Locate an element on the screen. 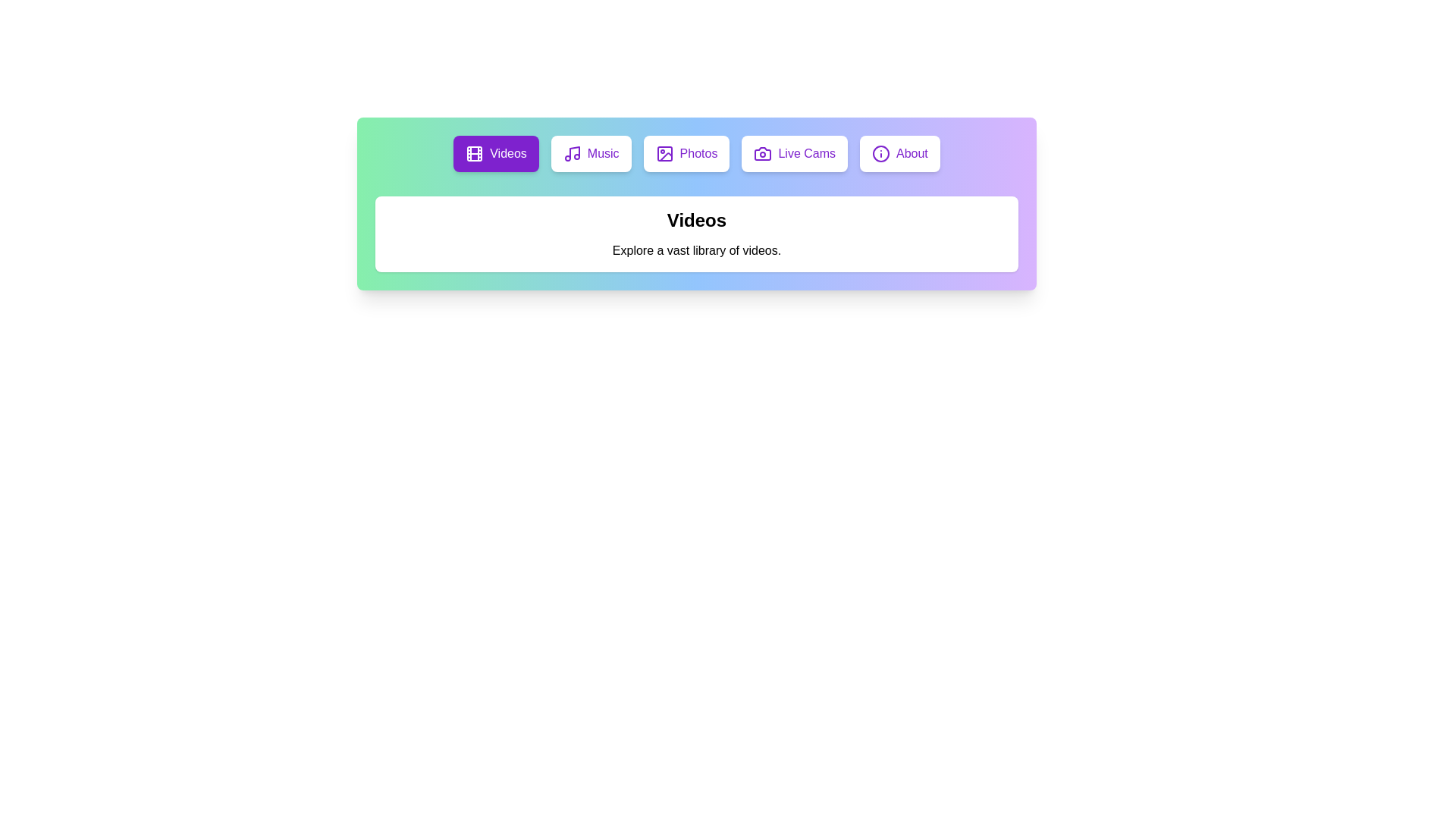 The image size is (1456, 819). the Videos tab to view its content is located at coordinates (495, 154).